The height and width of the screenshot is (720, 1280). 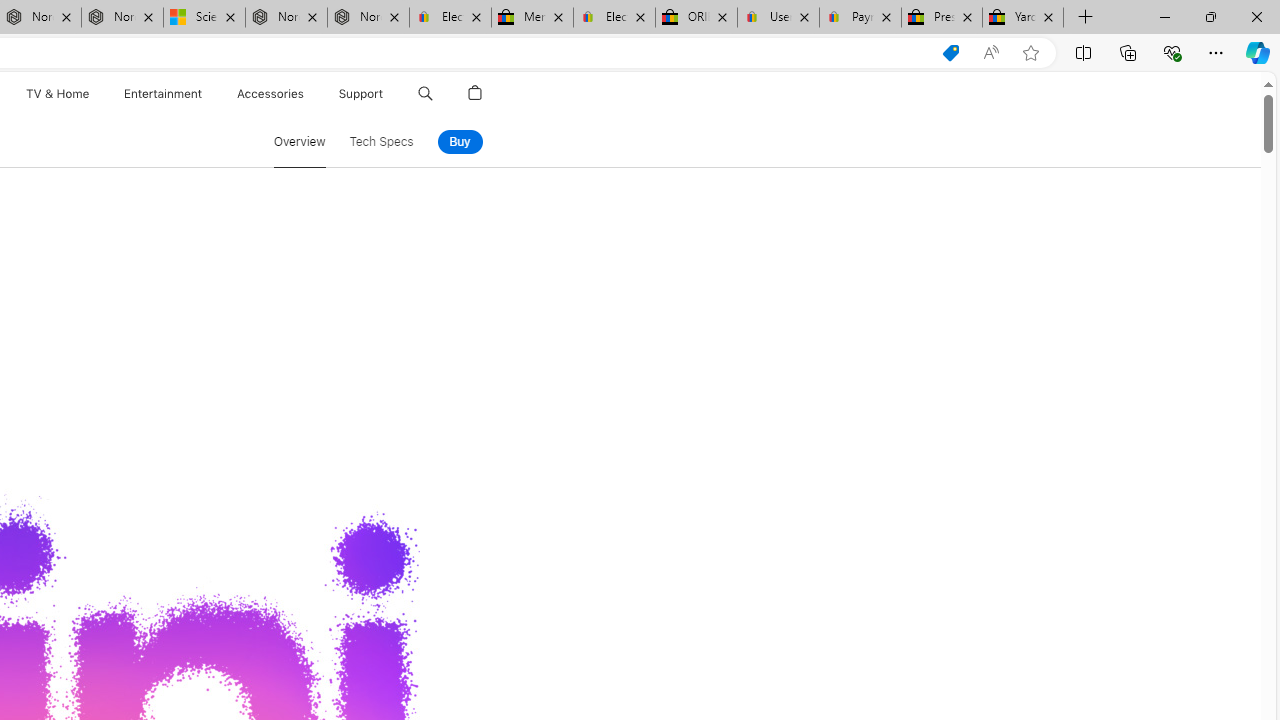 I want to click on 'Nordace - Summer Adventures 2024', so click(x=285, y=17).